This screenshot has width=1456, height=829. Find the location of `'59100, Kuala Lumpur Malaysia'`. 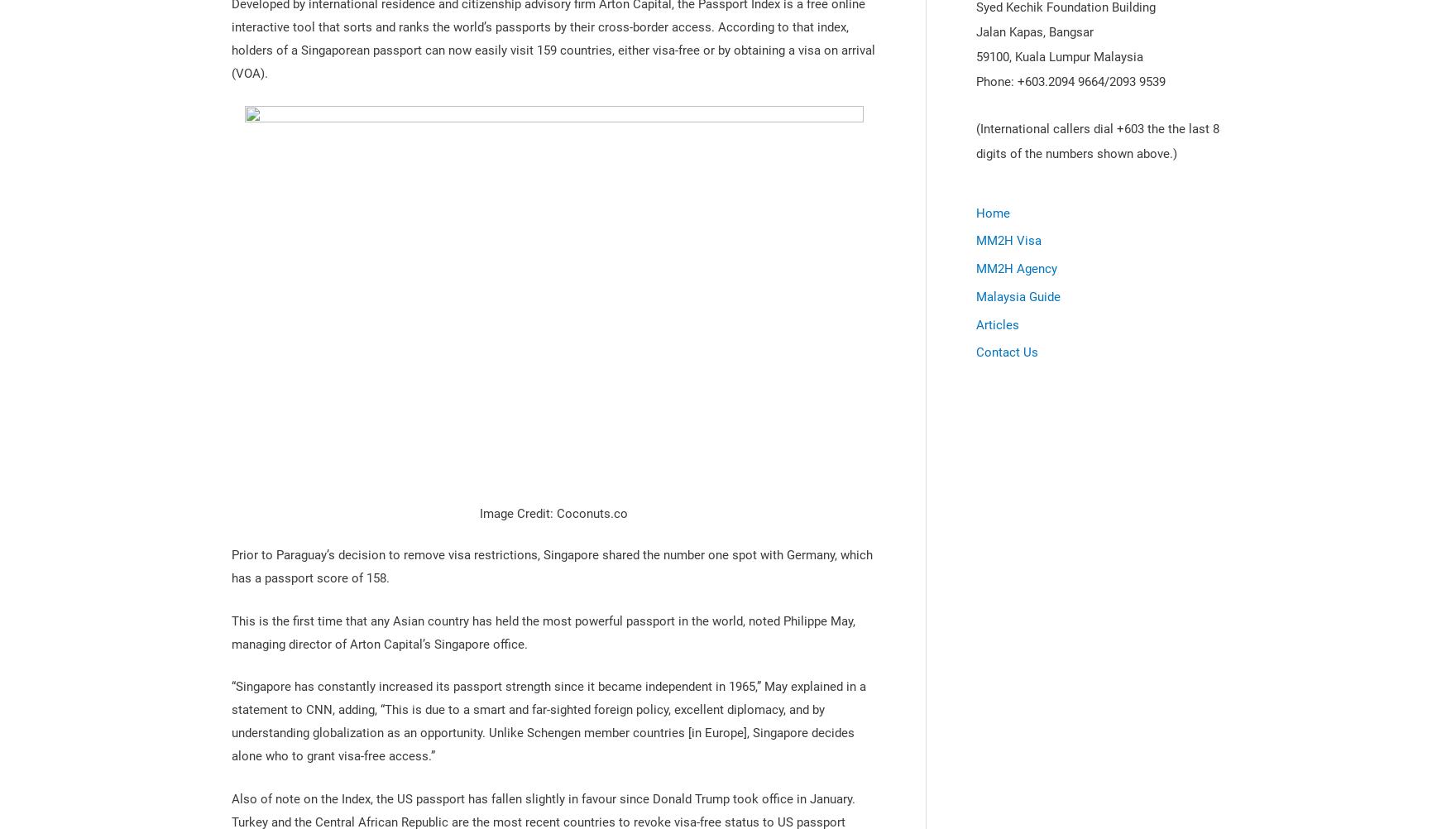

'59100, Kuala Lumpur Malaysia' is located at coordinates (1058, 57).